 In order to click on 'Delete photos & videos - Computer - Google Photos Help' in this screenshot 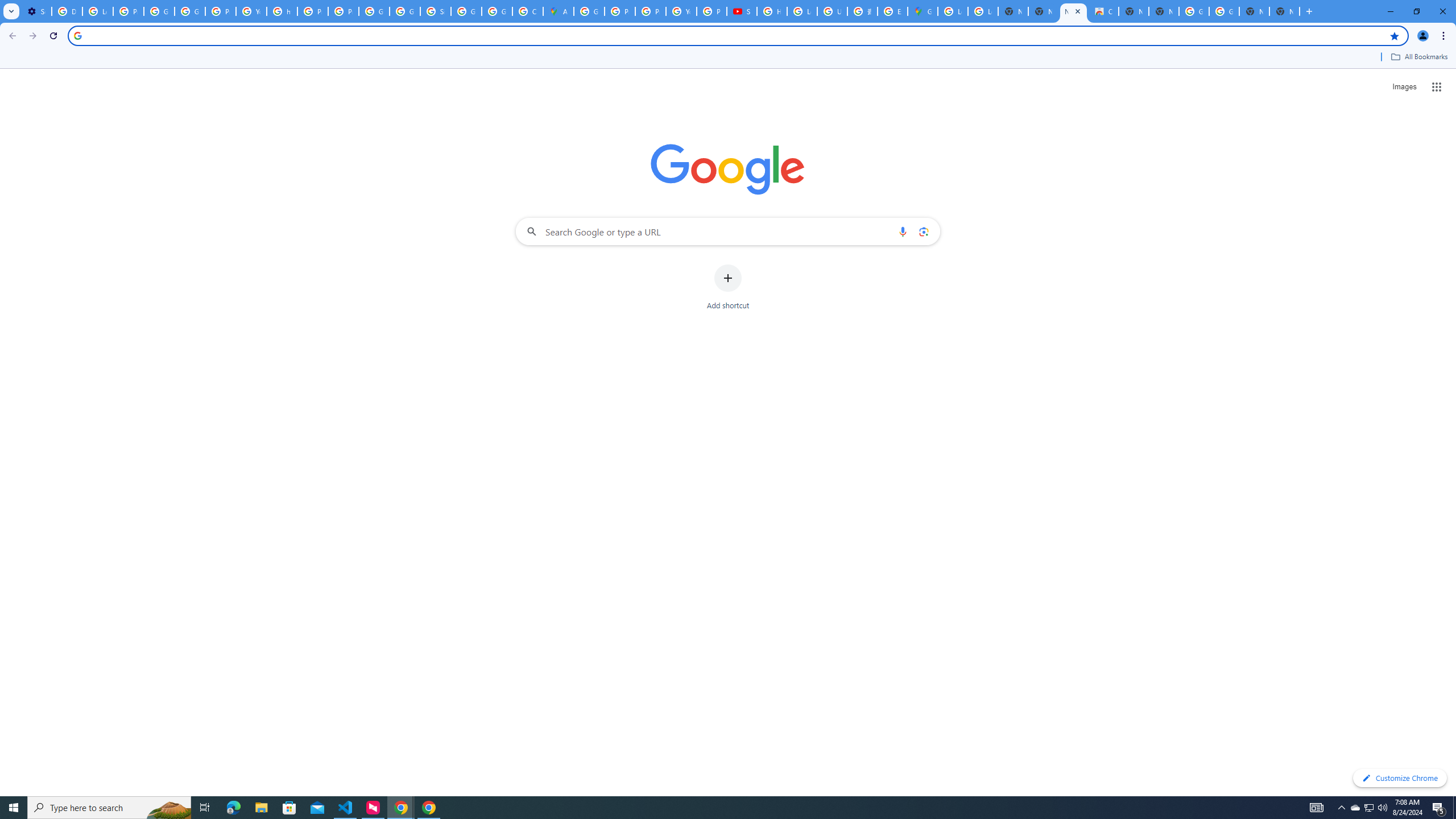, I will do `click(67, 11)`.